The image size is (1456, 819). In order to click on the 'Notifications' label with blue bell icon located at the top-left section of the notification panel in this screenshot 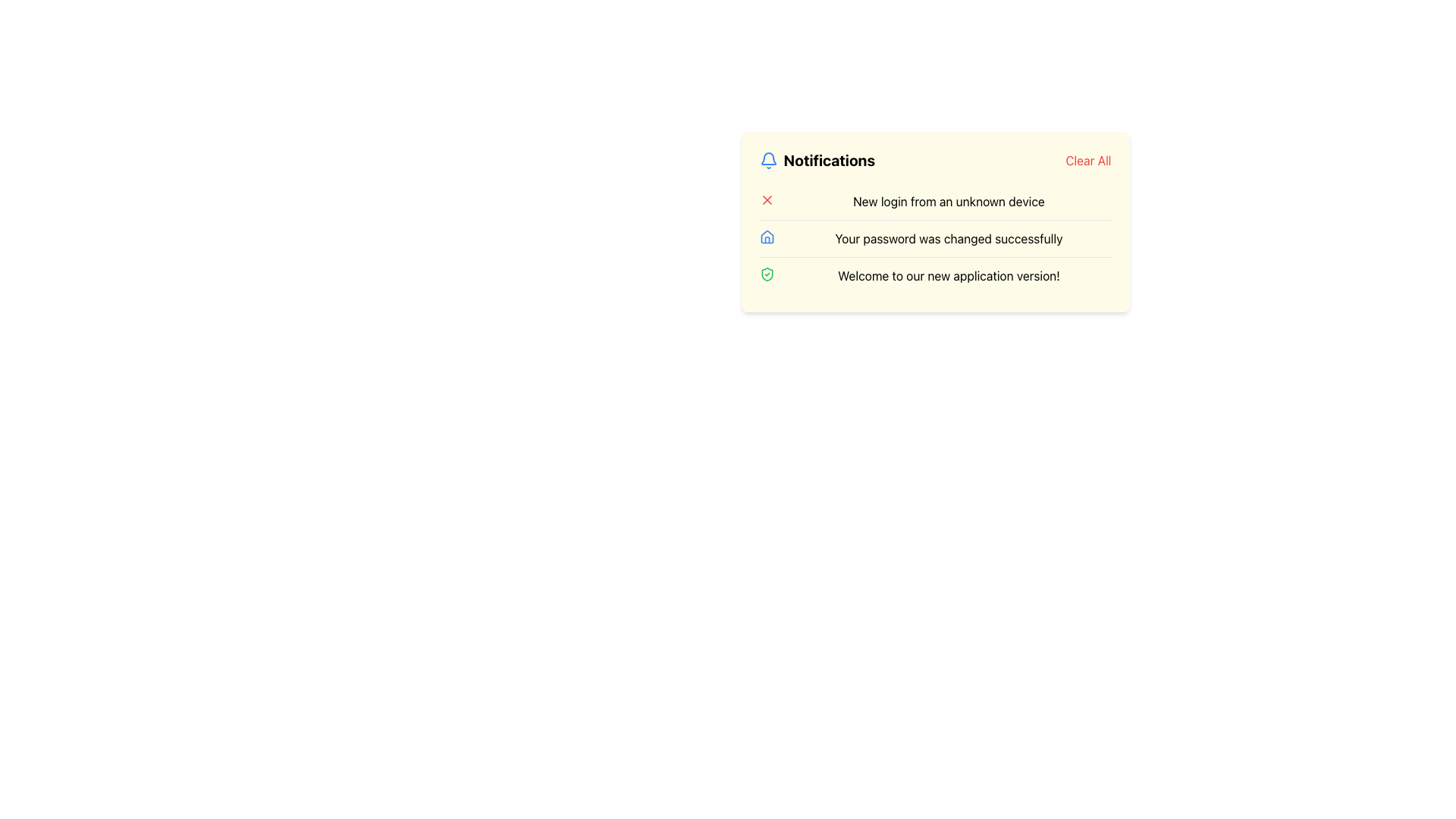, I will do `click(816, 161)`.